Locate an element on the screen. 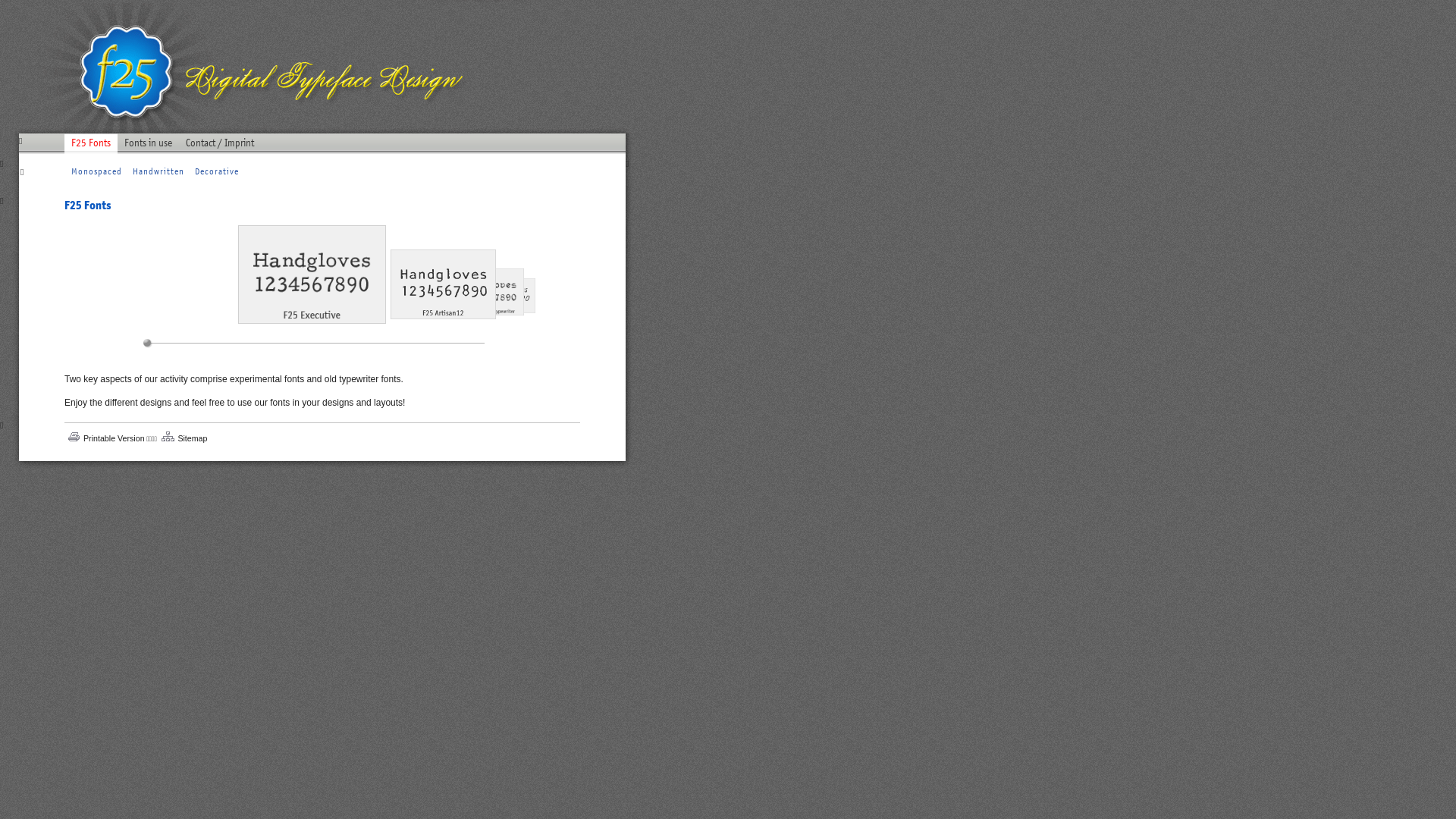  'Decorative' is located at coordinates (216, 171).